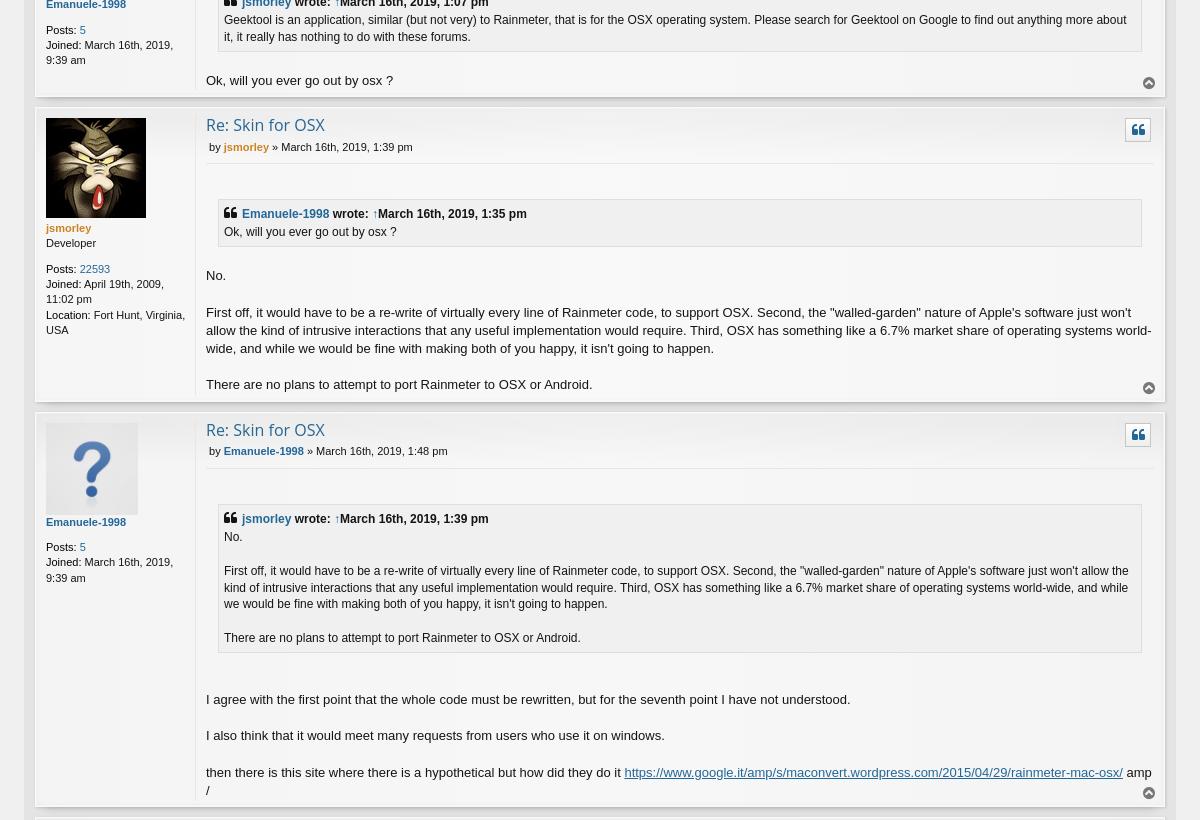 This screenshot has height=820, width=1200. I want to click on 'March 16th, 2019, 1:48 pm', so click(381, 450).